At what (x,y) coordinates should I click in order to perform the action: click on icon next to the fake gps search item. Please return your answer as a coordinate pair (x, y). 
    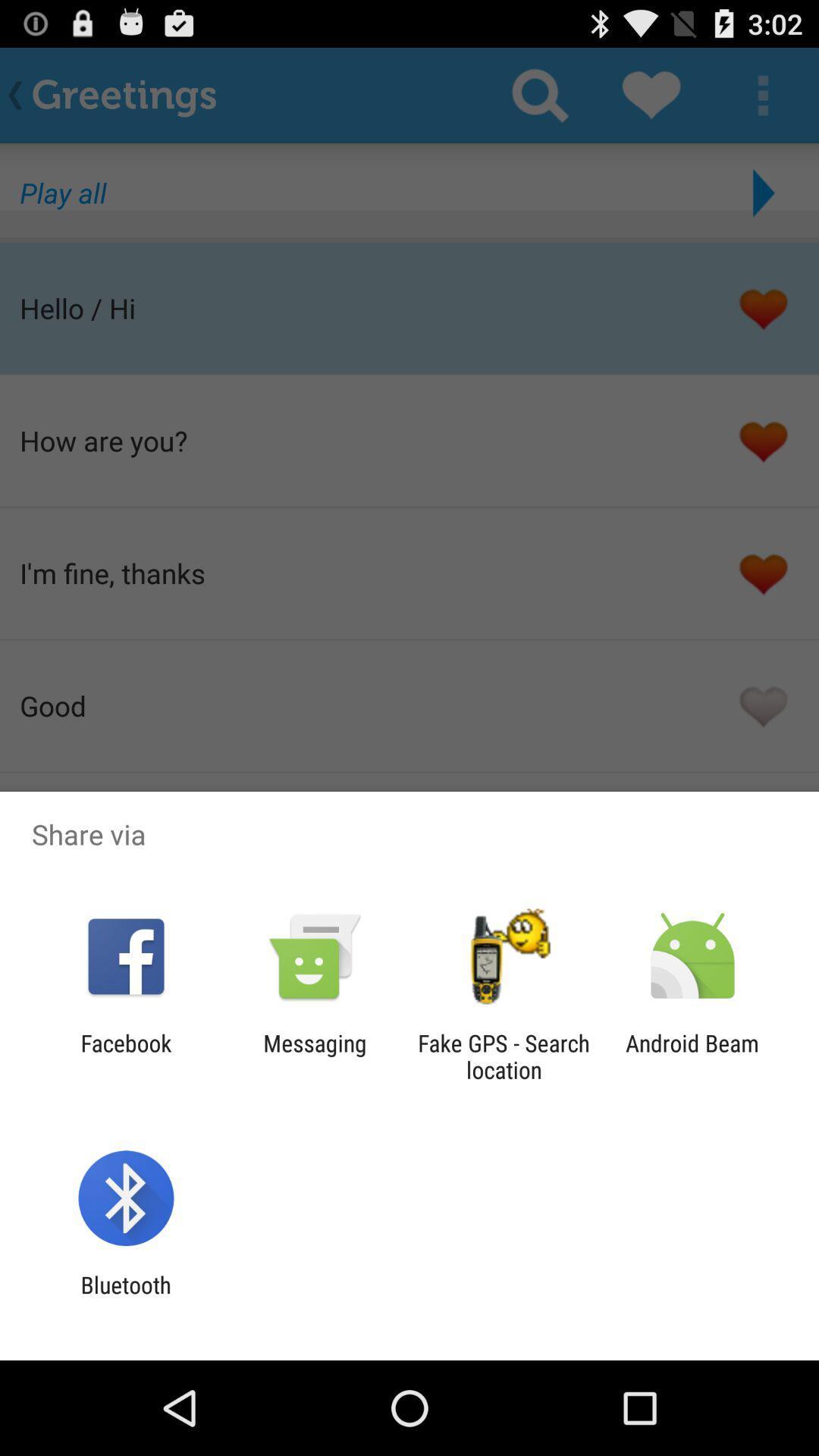
    Looking at the image, I should click on (692, 1056).